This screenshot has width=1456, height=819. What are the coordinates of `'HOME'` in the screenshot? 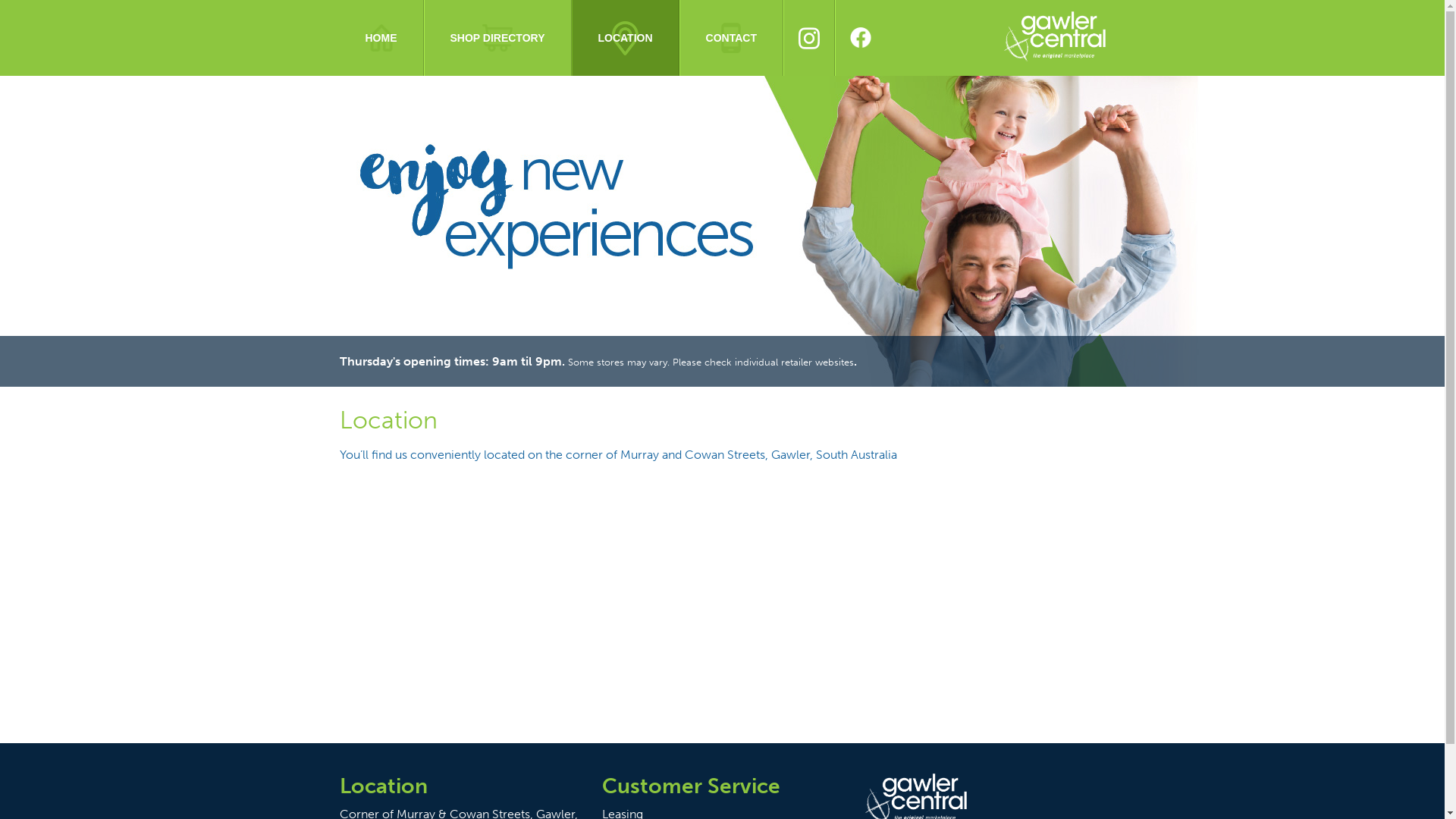 It's located at (381, 37).